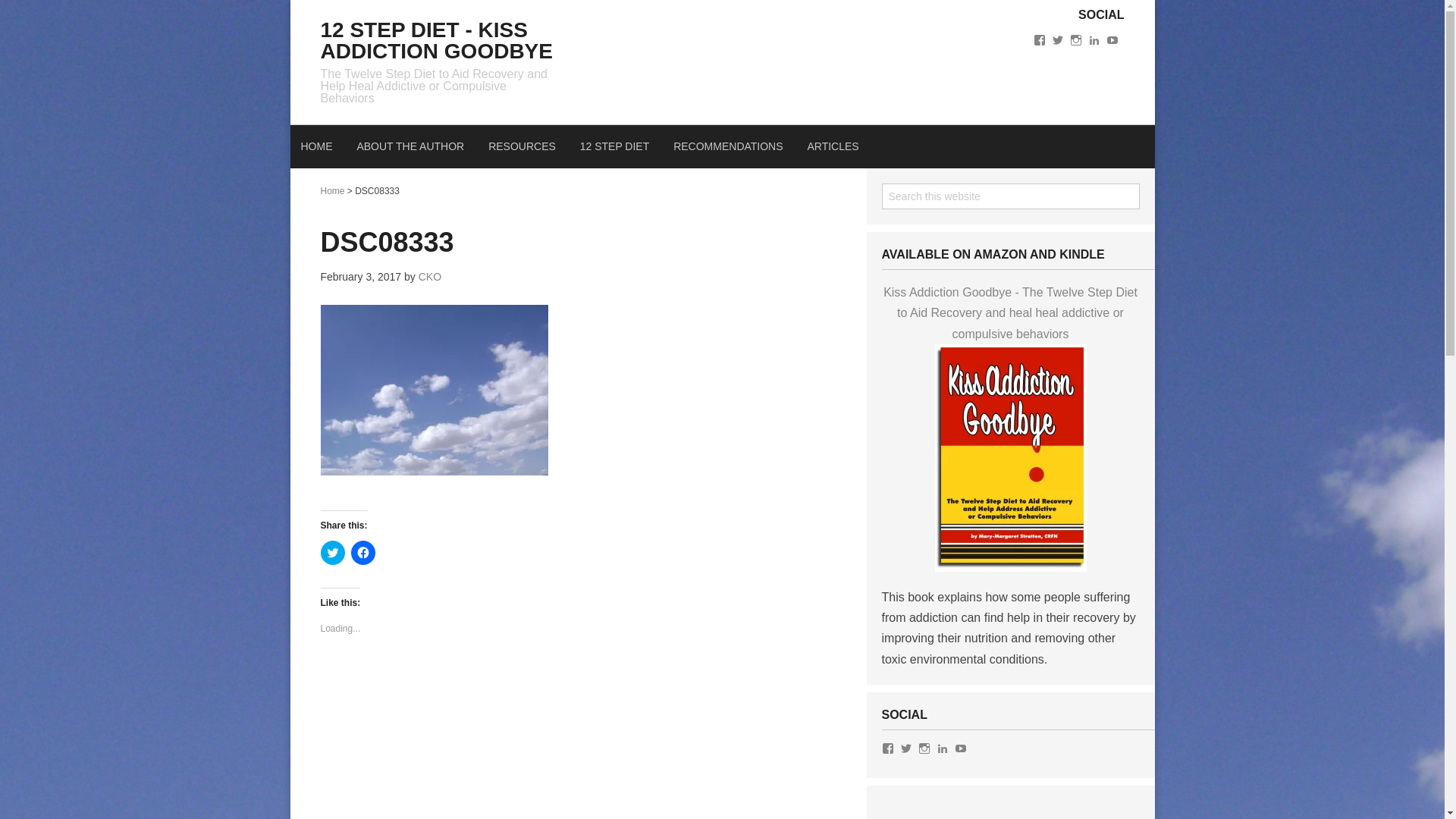  Describe the element at coordinates (428, 277) in the screenshot. I see `'CKO'` at that location.